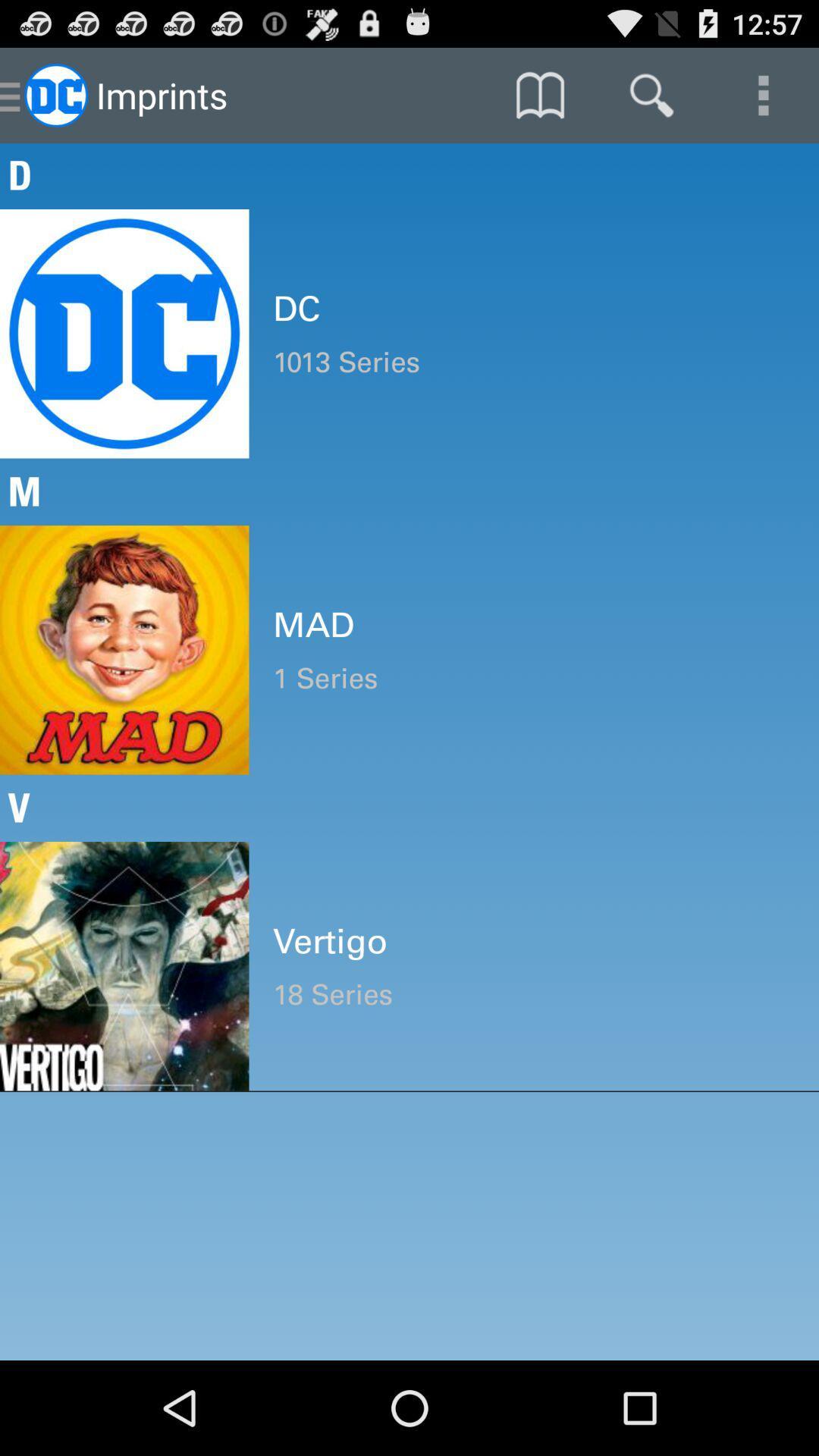 This screenshot has width=819, height=1456. Describe the element at coordinates (409, 491) in the screenshot. I see `m item` at that location.